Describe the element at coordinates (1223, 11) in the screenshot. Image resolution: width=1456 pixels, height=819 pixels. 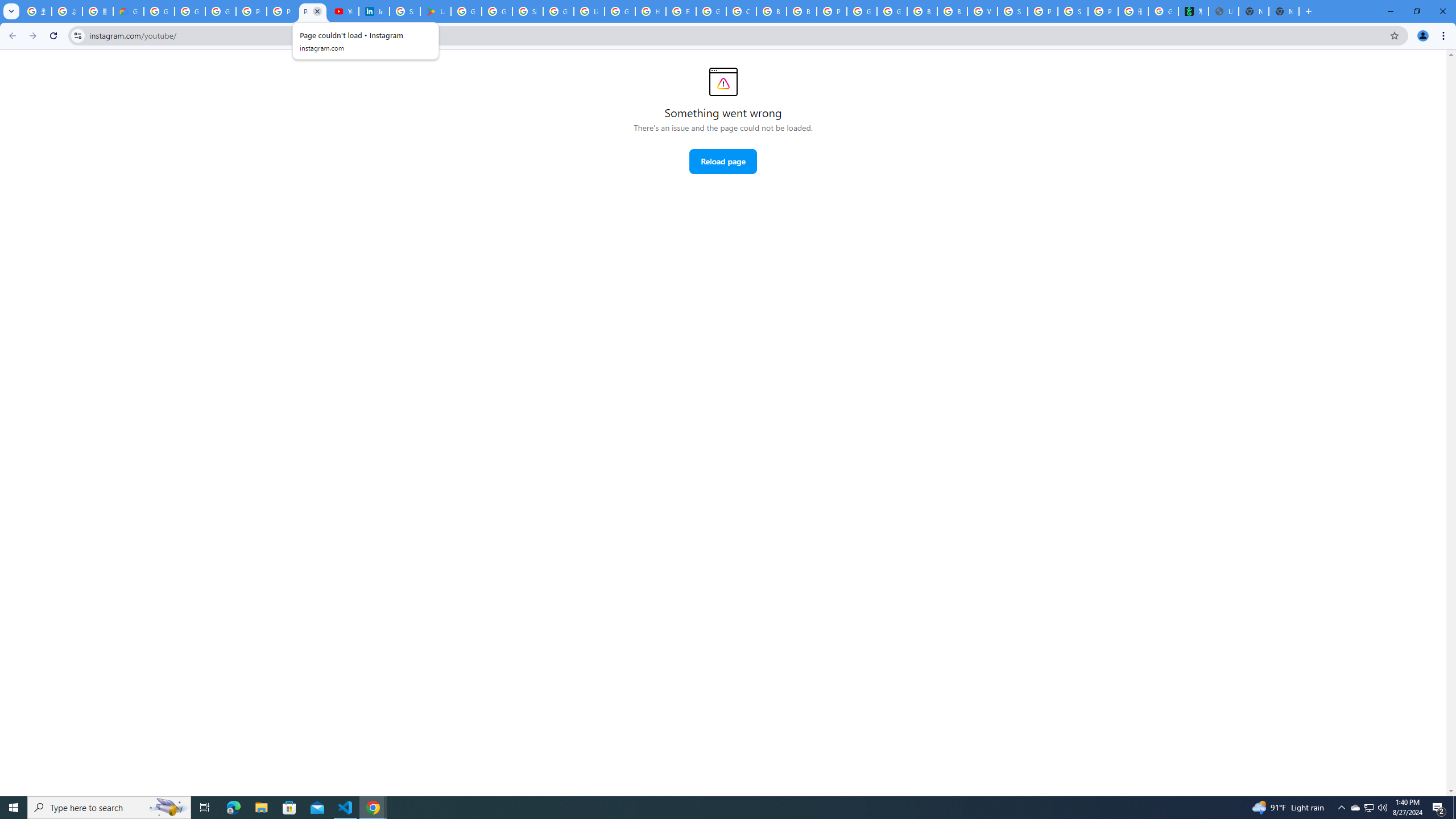
I see `'Untitled'` at that location.